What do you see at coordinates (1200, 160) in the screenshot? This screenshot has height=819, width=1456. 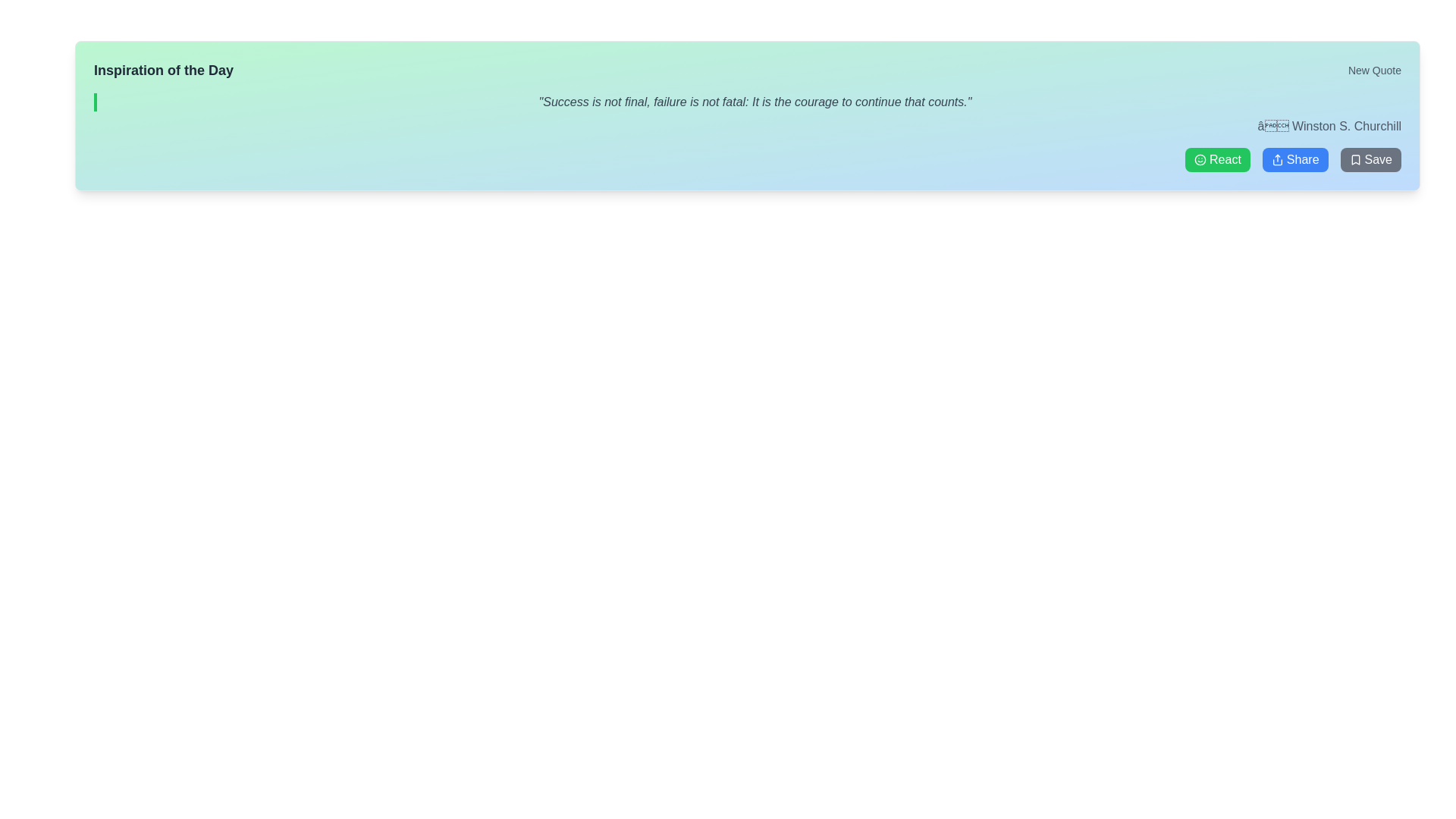 I see `the reaction icon located on the left side of the 'React' button in the toolbar` at bounding box center [1200, 160].